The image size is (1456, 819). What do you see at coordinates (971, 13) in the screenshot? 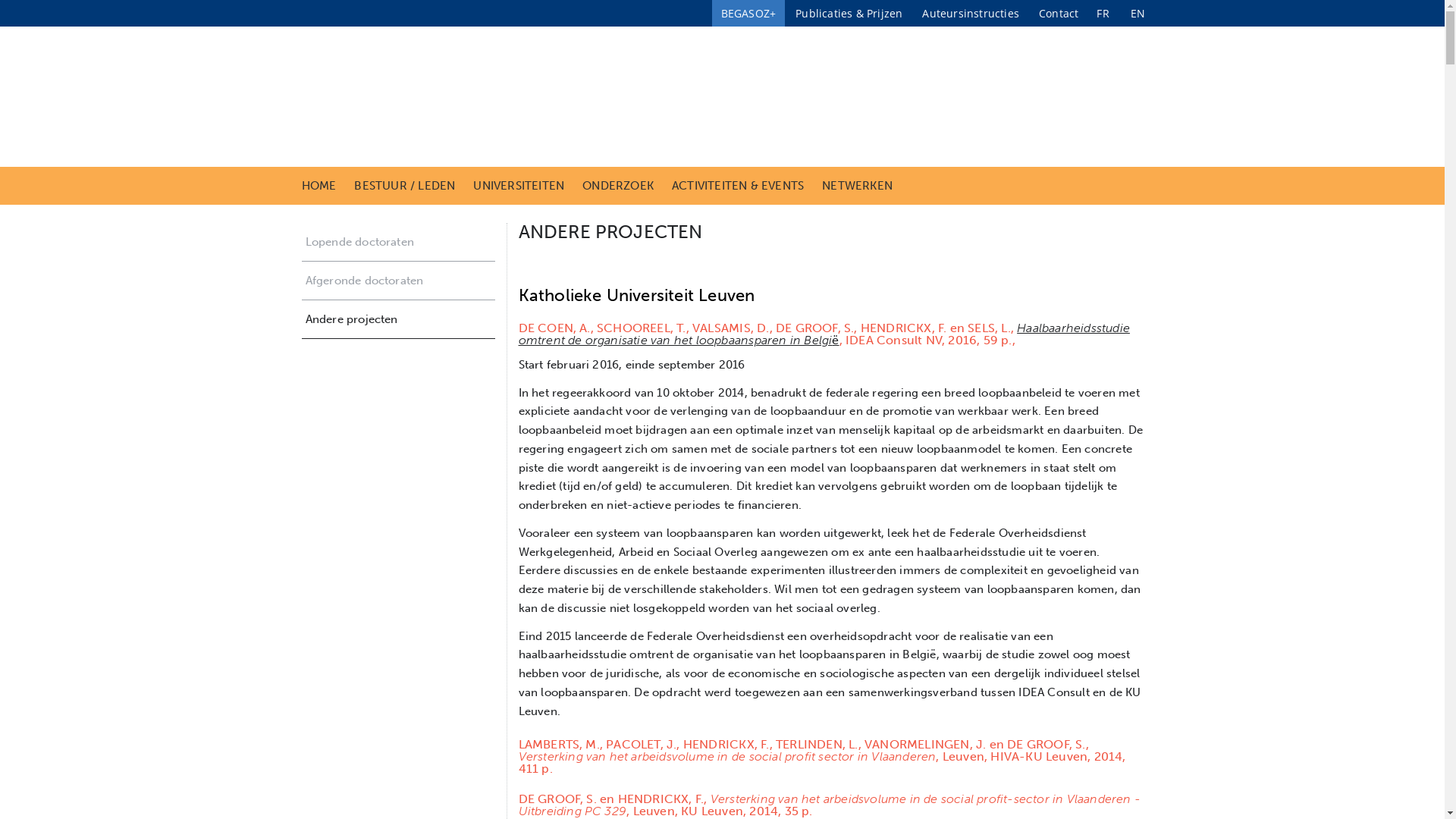
I see `'Auteursinstructies'` at bounding box center [971, 13].